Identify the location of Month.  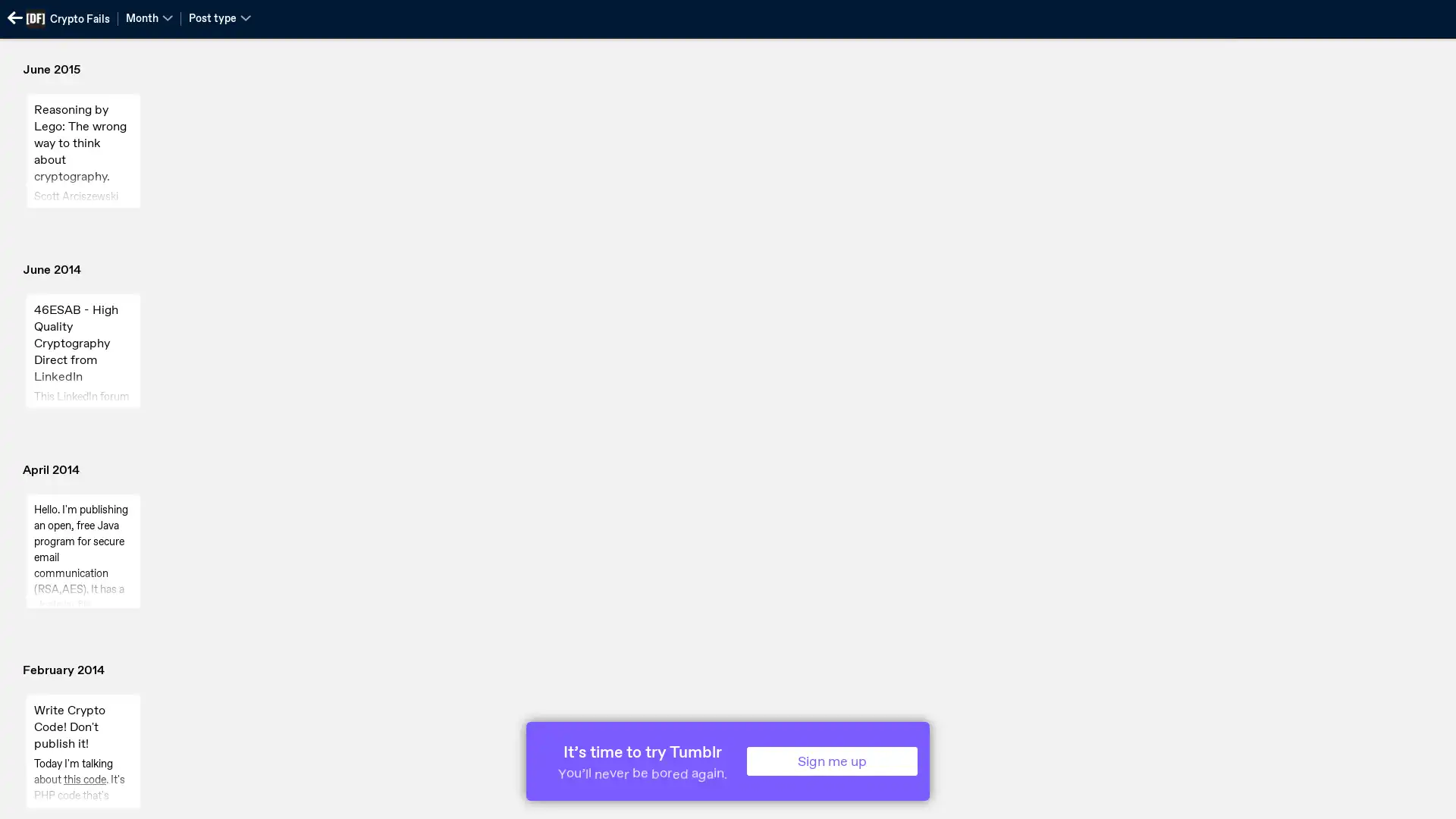
(149, 17).